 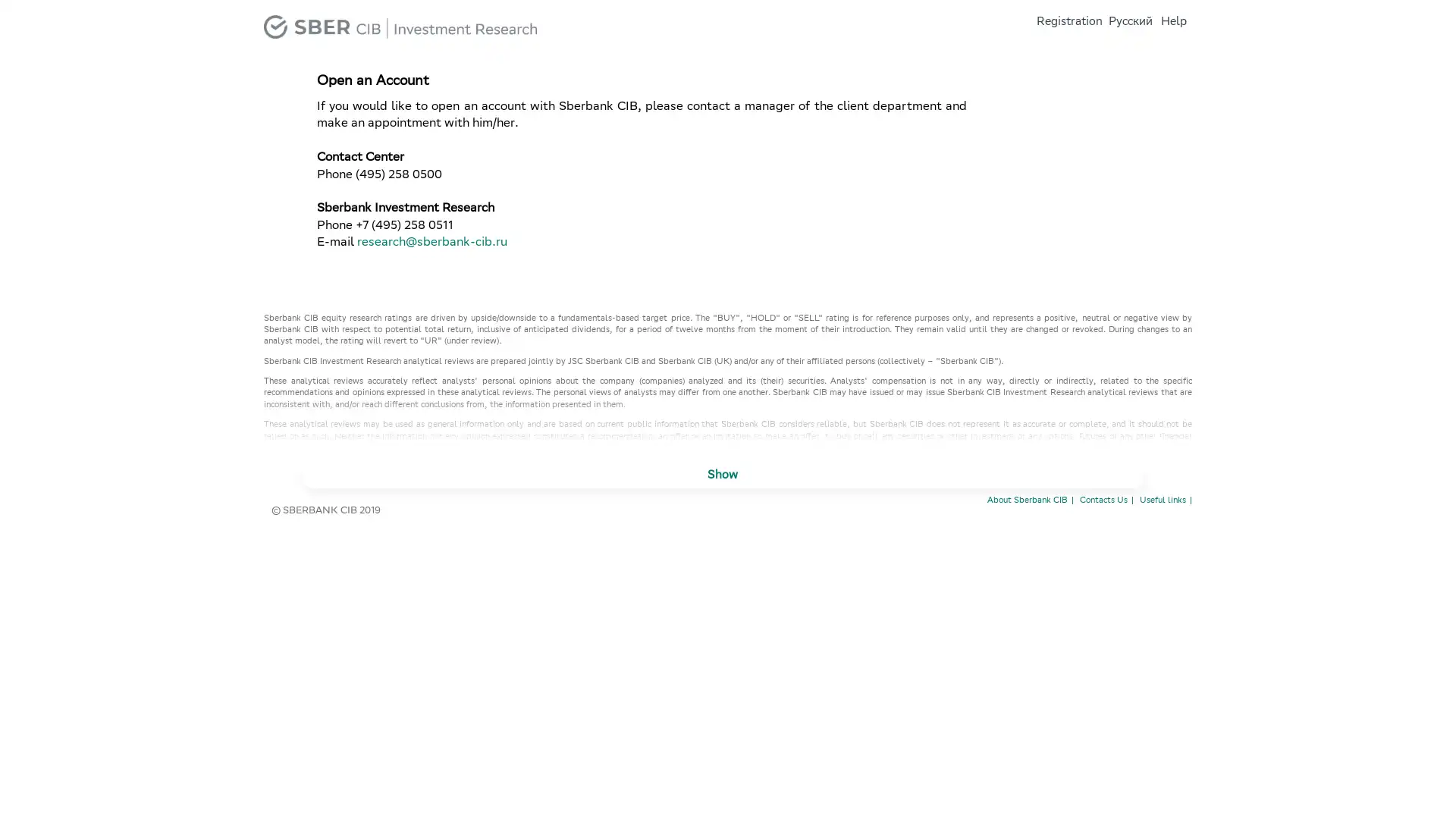 I want to click on Show, so click(x=722, y=475).